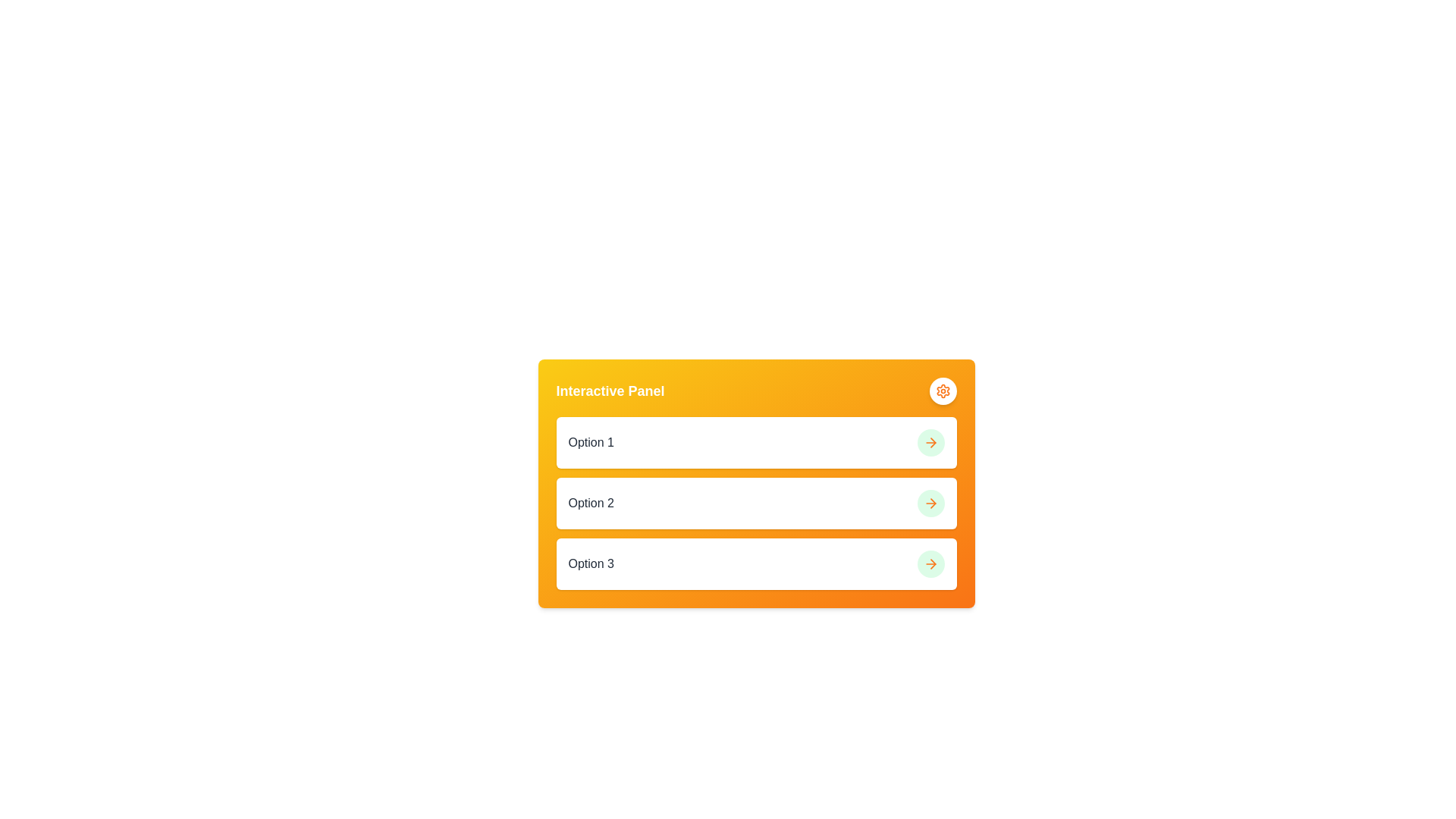 The width and height of the screenshot is (1456, 819). What do you see at coordinates (942, 391) in the screenshot?
I see `the Settings Icon located at the top right corner of the panel` at bounding box center [942, 391].